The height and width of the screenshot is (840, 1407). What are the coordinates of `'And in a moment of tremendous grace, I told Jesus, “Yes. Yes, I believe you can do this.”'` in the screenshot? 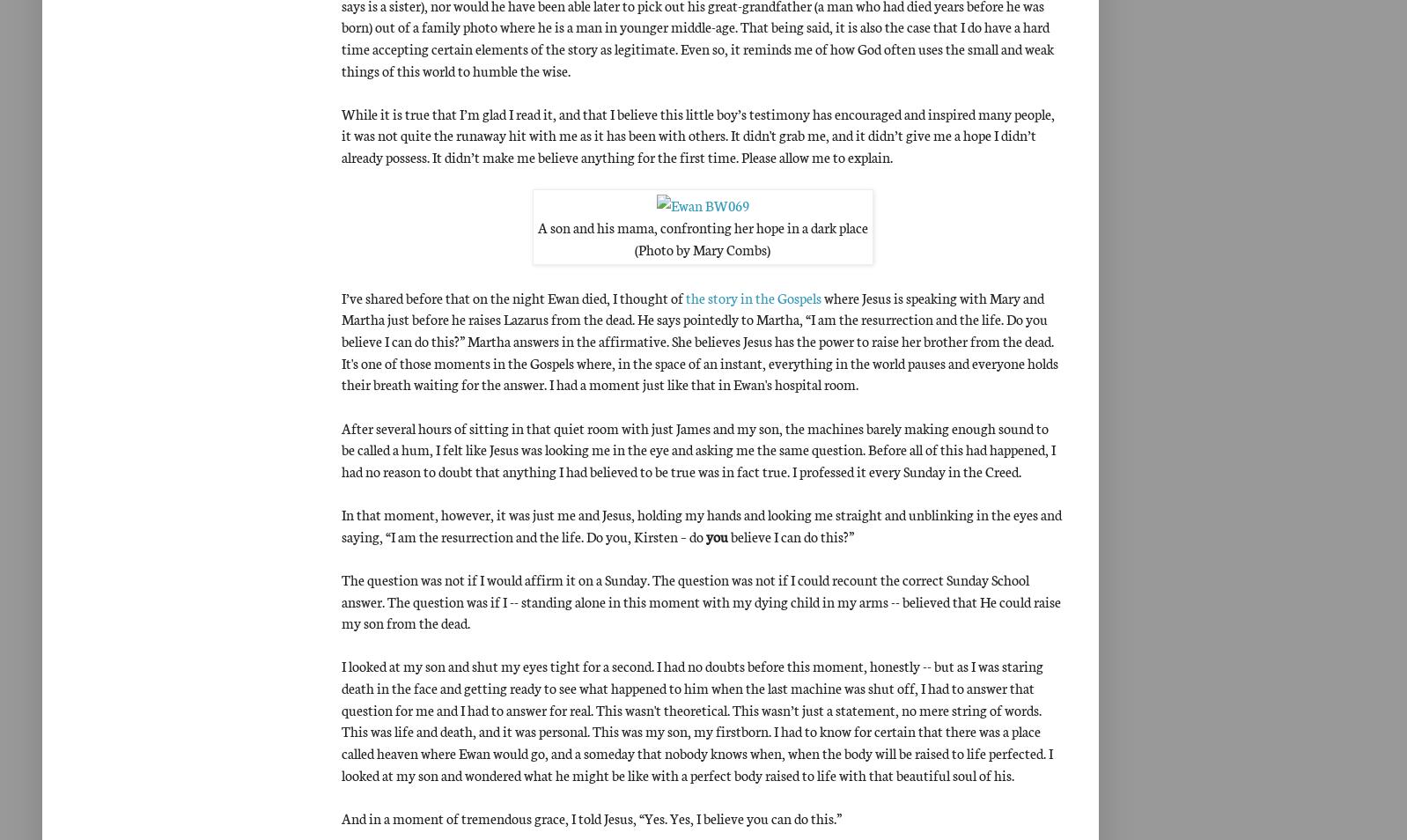 It's located at (591, 816).